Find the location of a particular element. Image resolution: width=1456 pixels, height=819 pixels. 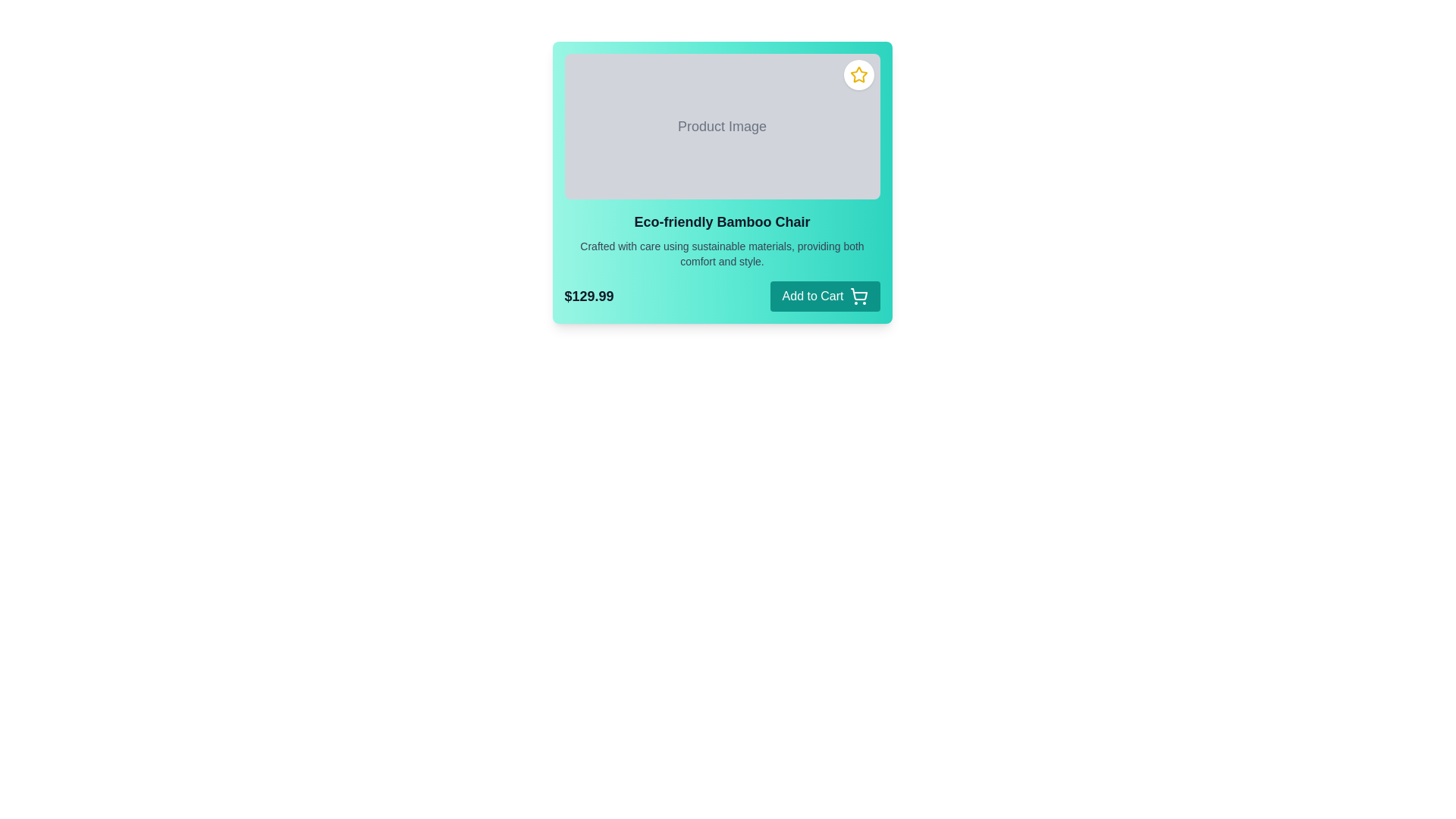

title 'Eco-friendly Bamboo Chair' displayed in bold text within a light teal card layout, located just below the product image is located at coordinates (721, 222).